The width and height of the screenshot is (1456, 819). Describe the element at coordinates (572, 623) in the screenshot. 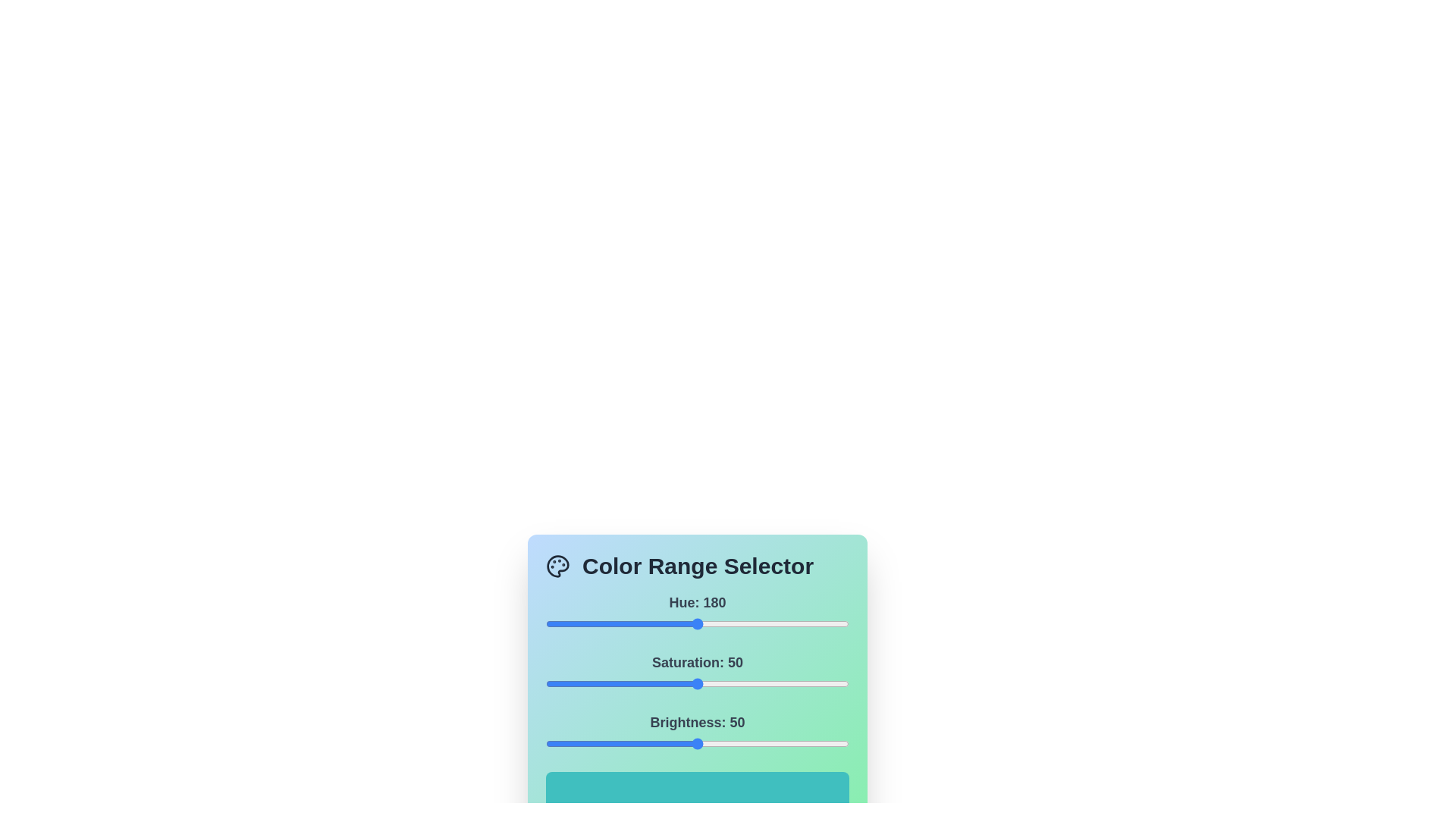

I see `the 0 slider to 32` at that location.